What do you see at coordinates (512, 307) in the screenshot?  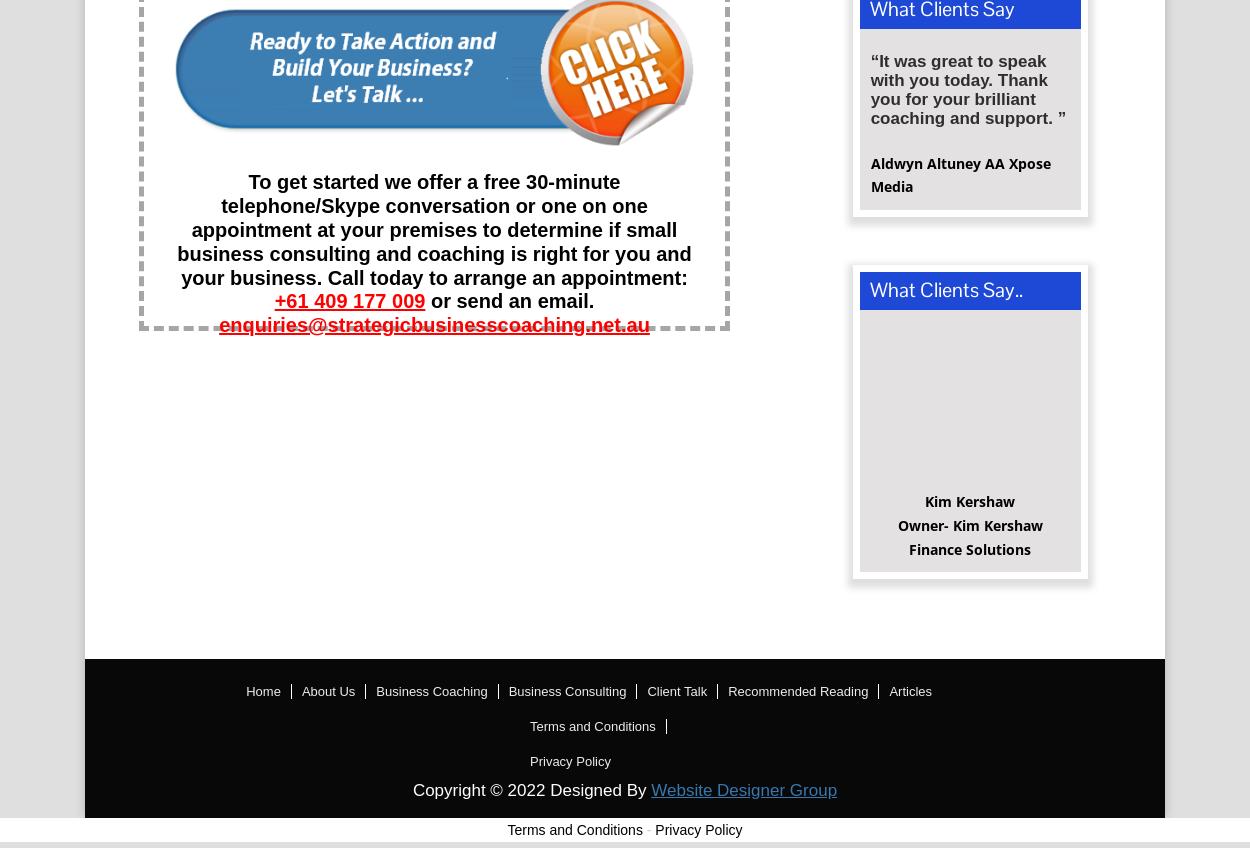 I see `'or send an email.'` at bounding box center [512, 307].